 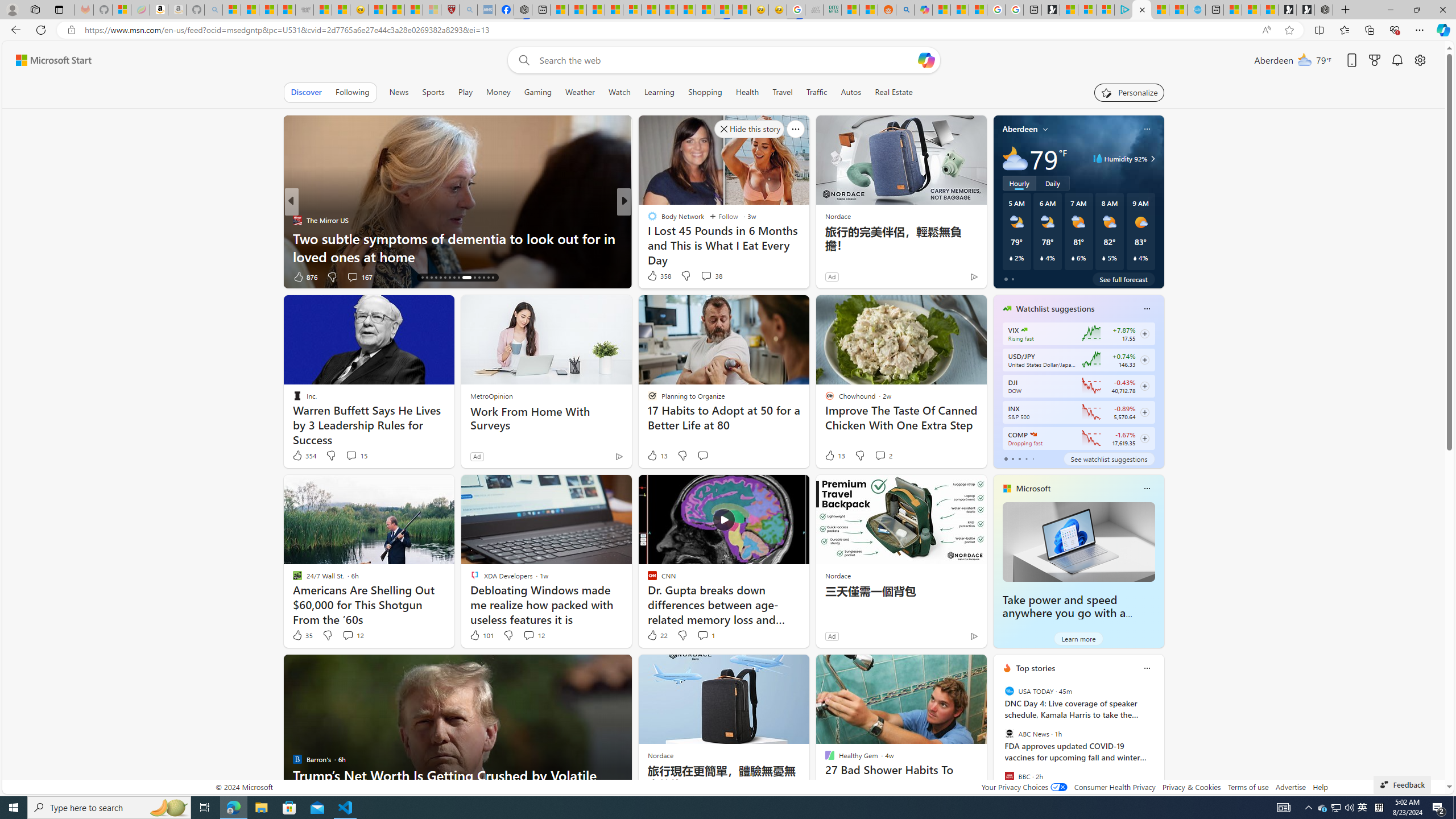 I want to click on 'Traffic', so click(x=816, y=92).